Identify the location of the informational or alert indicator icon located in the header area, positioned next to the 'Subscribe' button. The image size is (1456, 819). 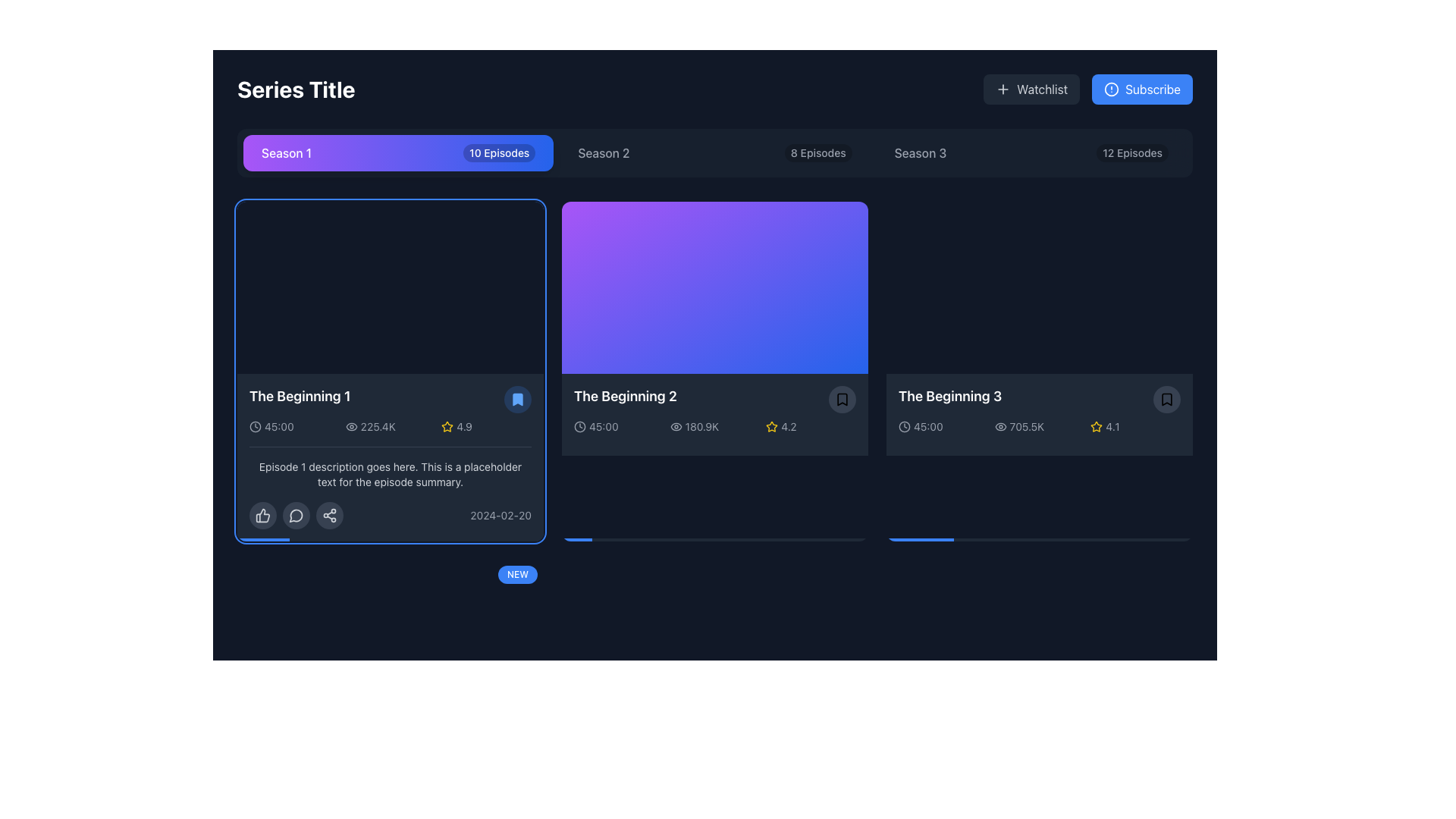
(1112, 89).